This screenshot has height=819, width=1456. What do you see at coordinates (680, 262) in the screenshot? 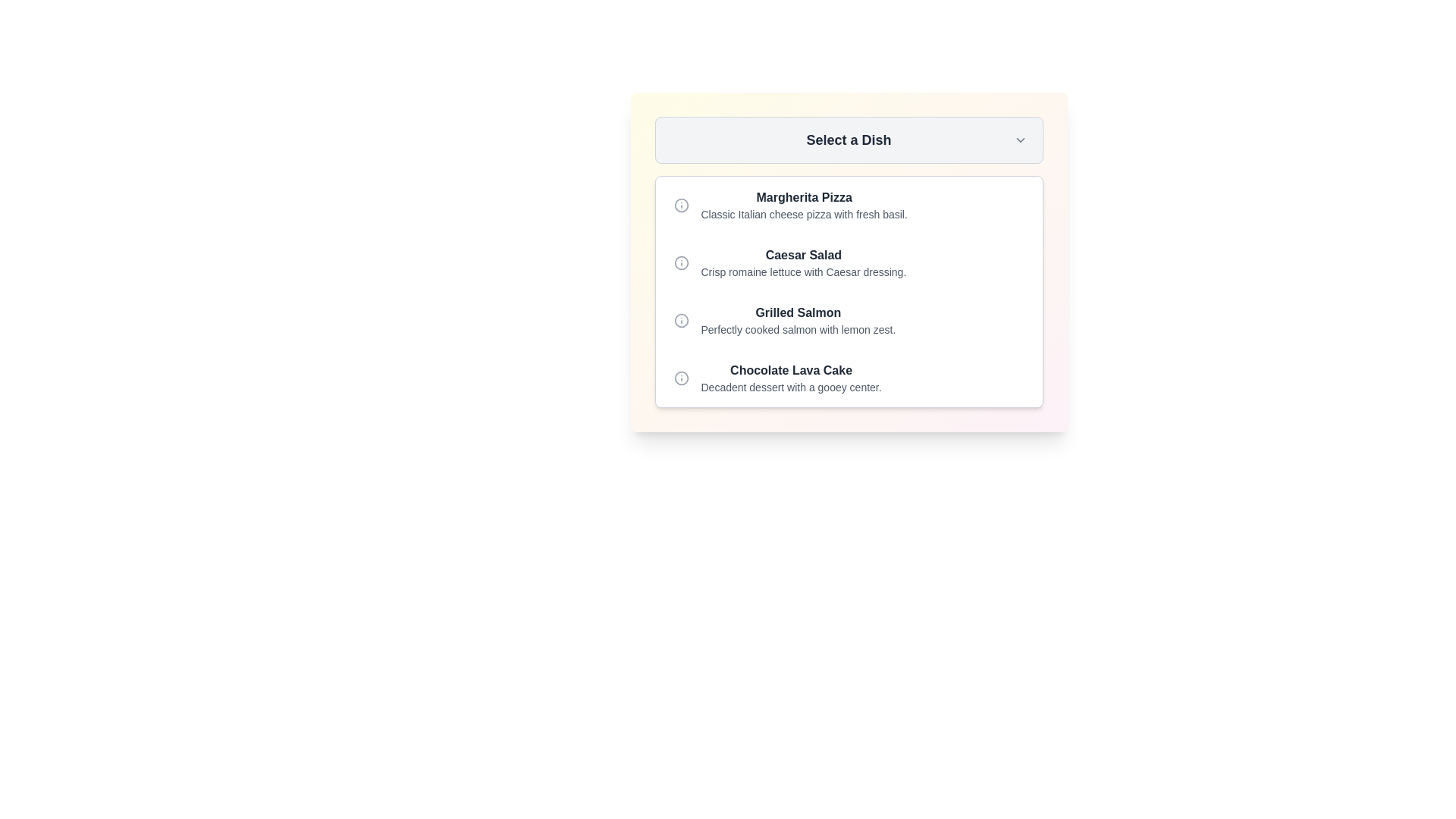
I see `the informational icon located to the left of the 'Caesar Salad' text block` at bounding box center [680, 262].